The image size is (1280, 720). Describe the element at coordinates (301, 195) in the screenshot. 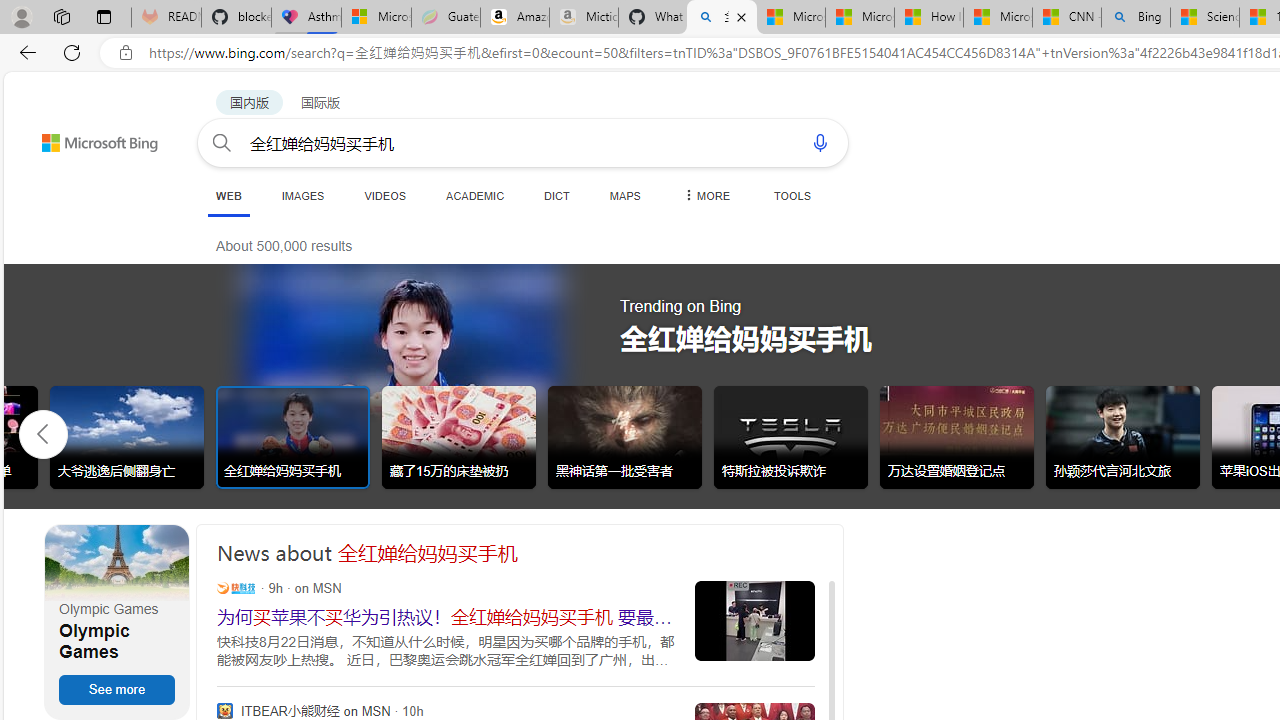

I see `'IMAGES'` at that location.